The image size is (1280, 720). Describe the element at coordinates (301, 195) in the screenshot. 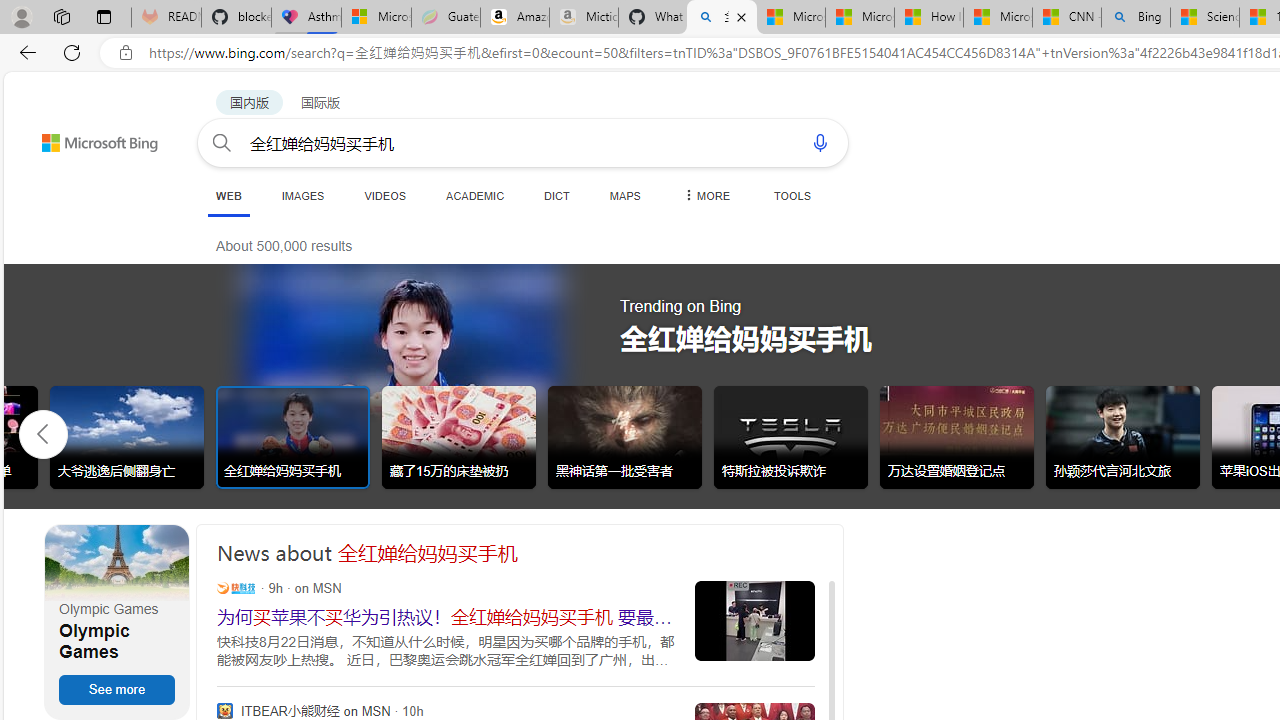

I see `'IMAGES'` at that location.